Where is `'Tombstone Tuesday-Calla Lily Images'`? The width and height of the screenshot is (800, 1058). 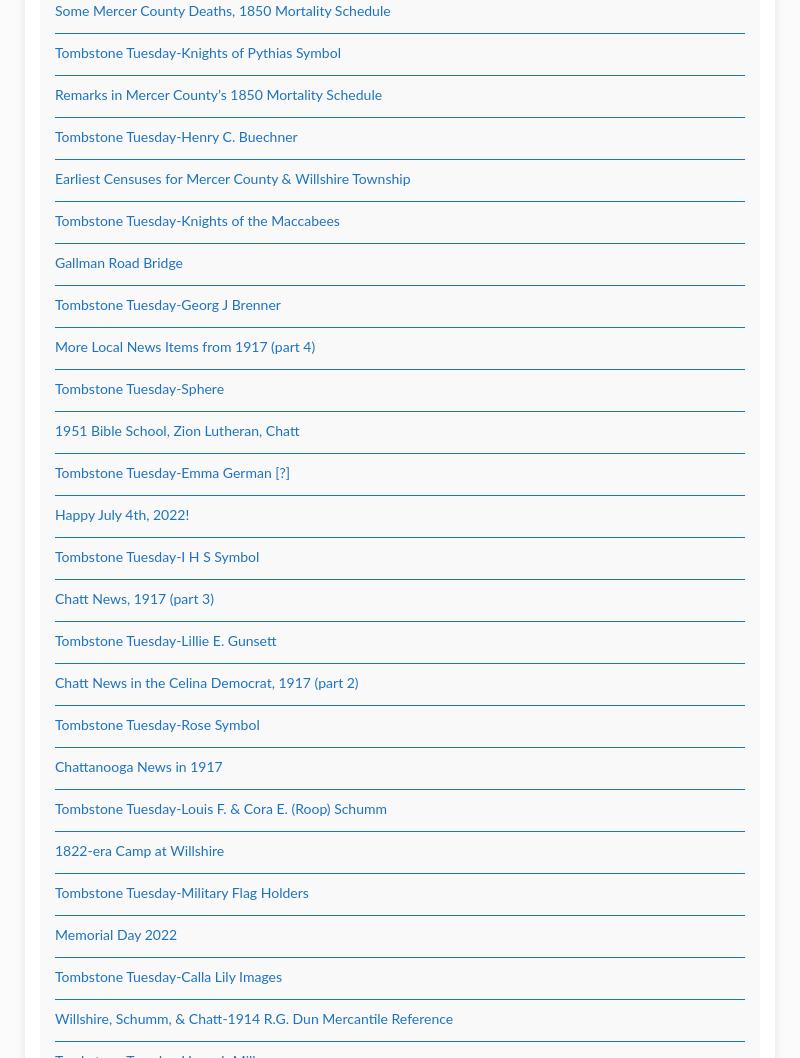
'Tombstone Tuesday-Calla Lily Images' is located at coordinates (167, 977).